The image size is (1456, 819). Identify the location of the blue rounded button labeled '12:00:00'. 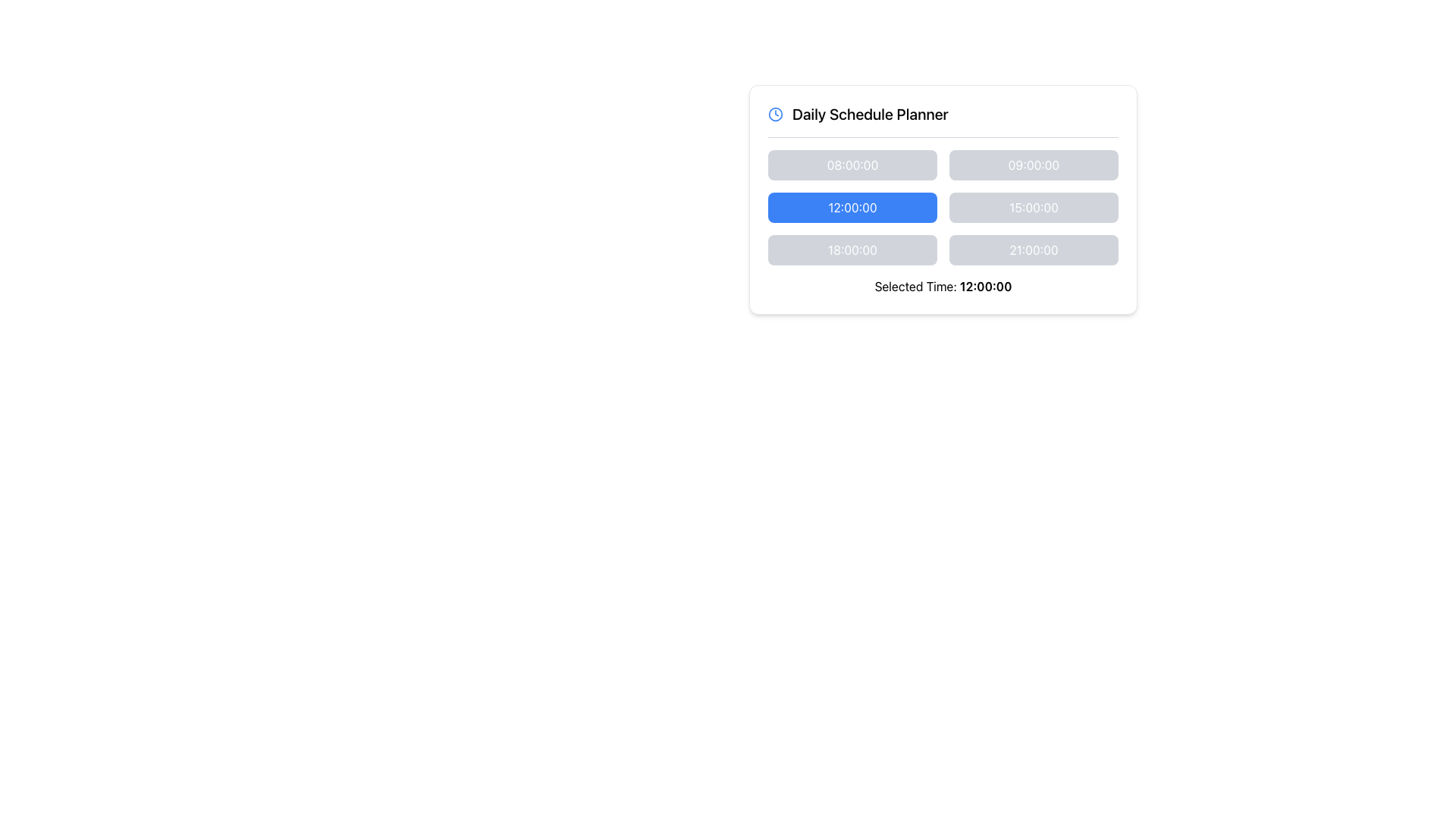
(852, 207).